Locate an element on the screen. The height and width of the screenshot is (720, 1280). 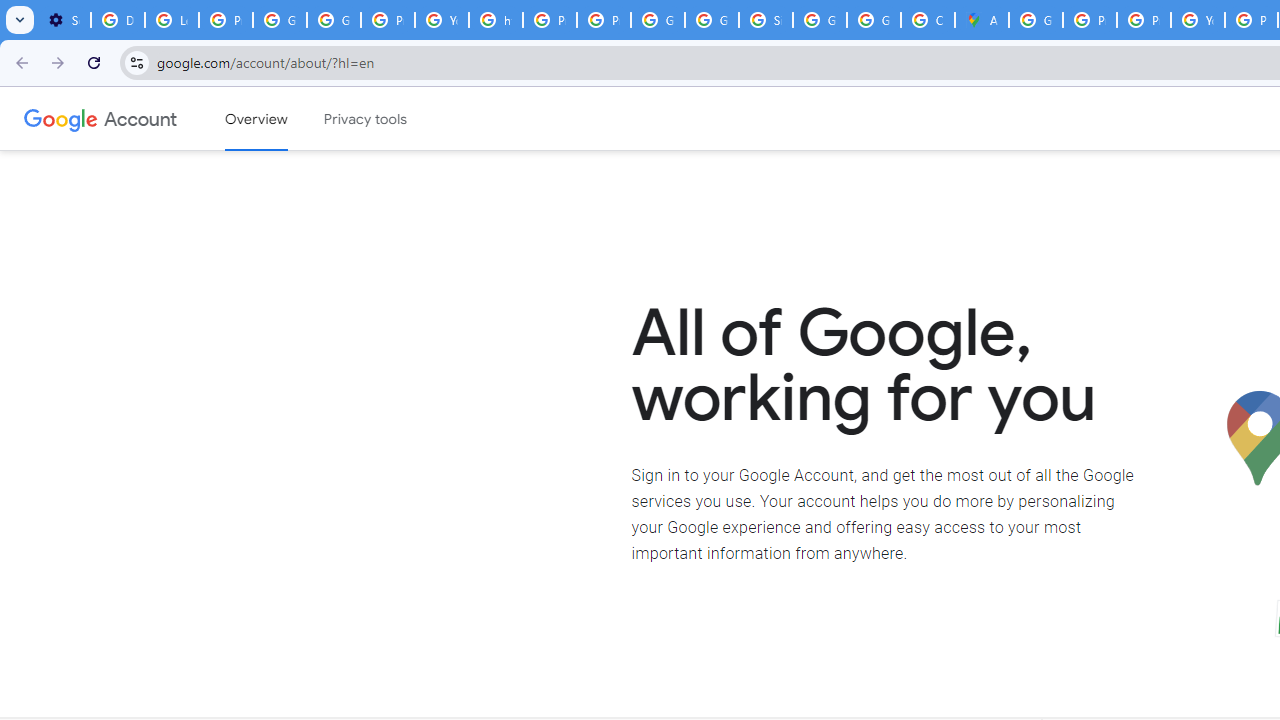
'https://scholar.google.com/' is located at coordinates (496, 20).